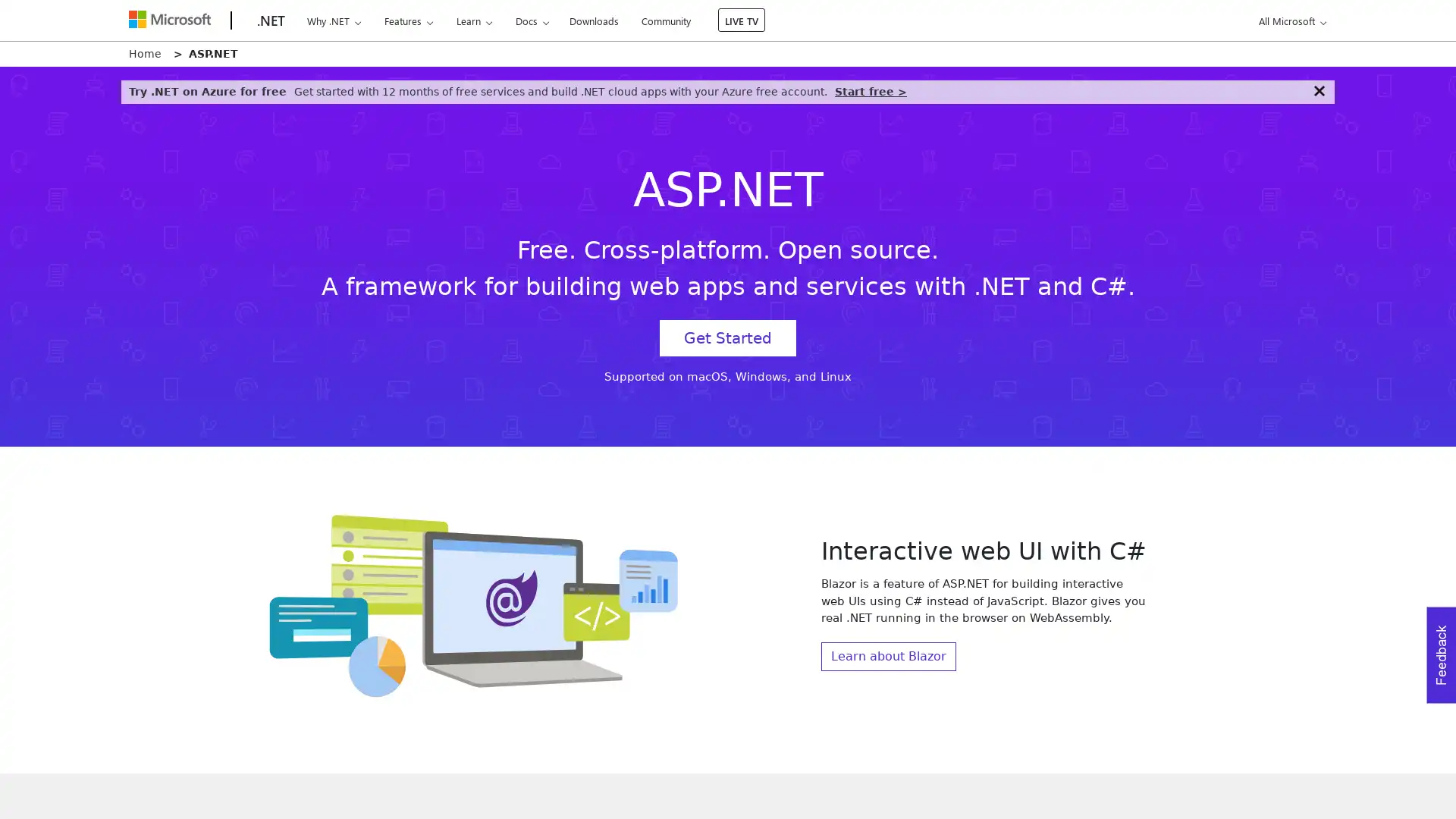  What do you see at coordinates (333, 20) in the screenshot?
I see `Why .NET` at bounding box center [333, 20].